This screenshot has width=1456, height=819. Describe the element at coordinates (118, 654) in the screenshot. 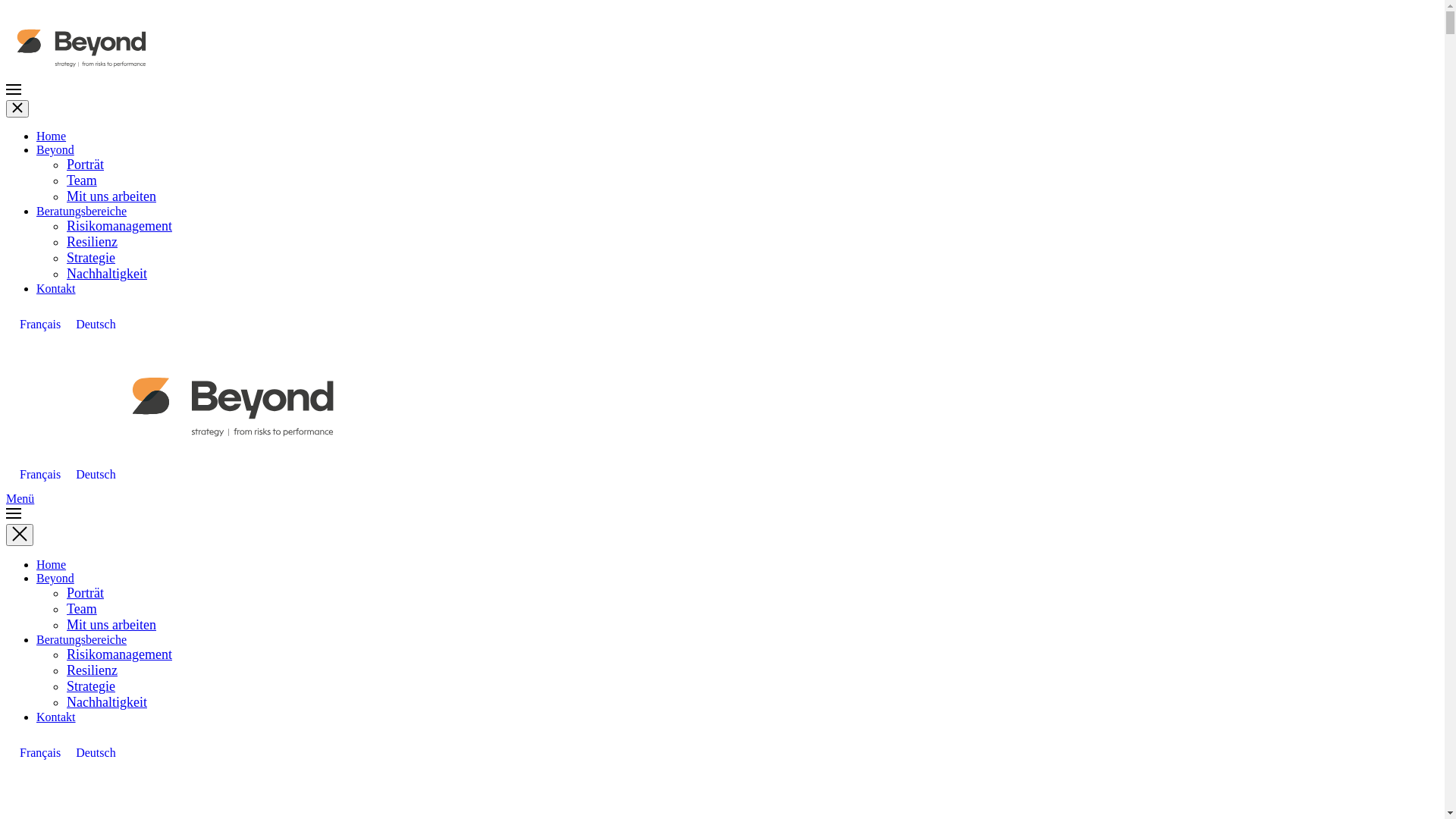

I see `'Risikomanagement'` at that location.